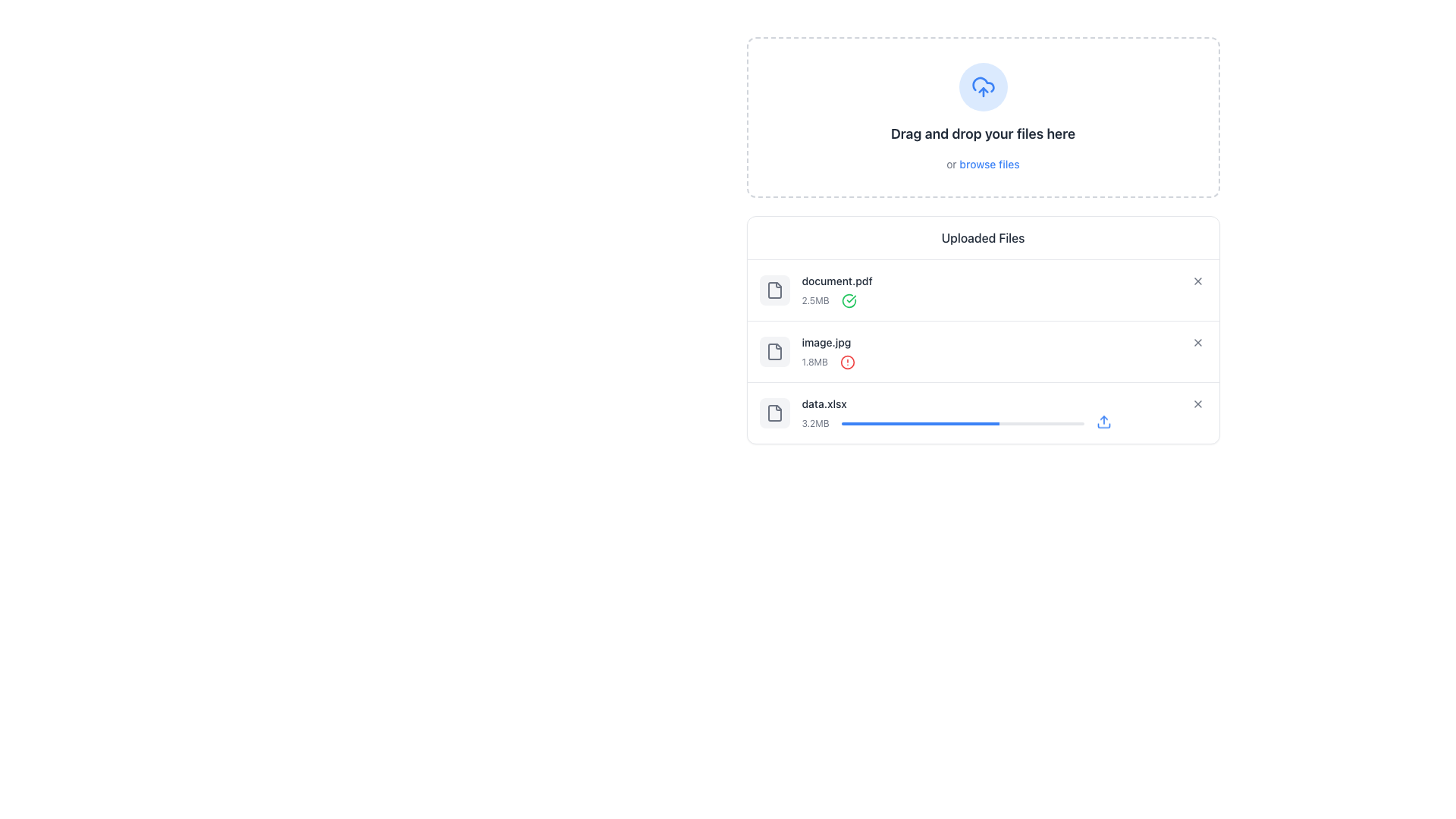  What do you see at coordinates (962, 424) in the screenshot?
I see `the progress value for 'data.xlsx' upload` at bounding box center [962, 424].